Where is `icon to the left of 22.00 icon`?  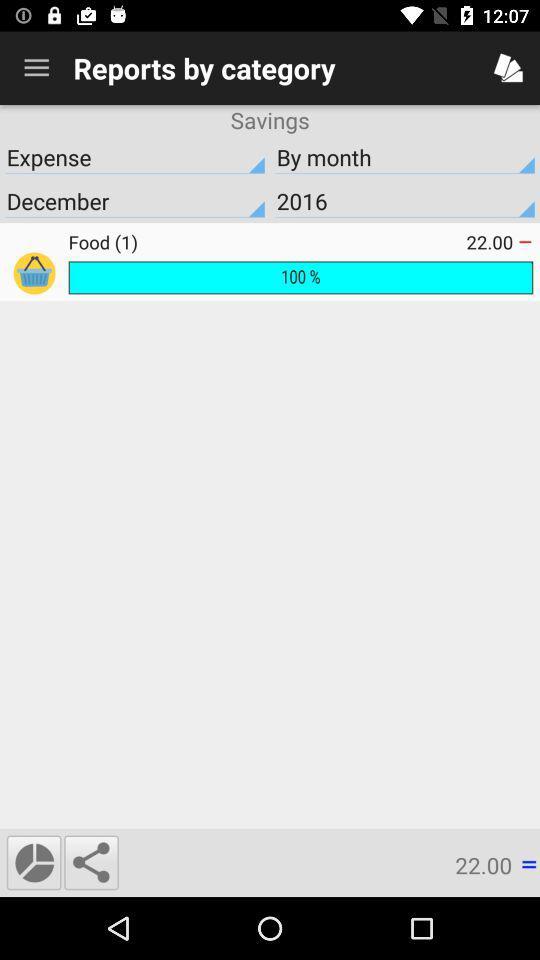 icon to the left of 22.00 icon is located at coordinates (267, 241).